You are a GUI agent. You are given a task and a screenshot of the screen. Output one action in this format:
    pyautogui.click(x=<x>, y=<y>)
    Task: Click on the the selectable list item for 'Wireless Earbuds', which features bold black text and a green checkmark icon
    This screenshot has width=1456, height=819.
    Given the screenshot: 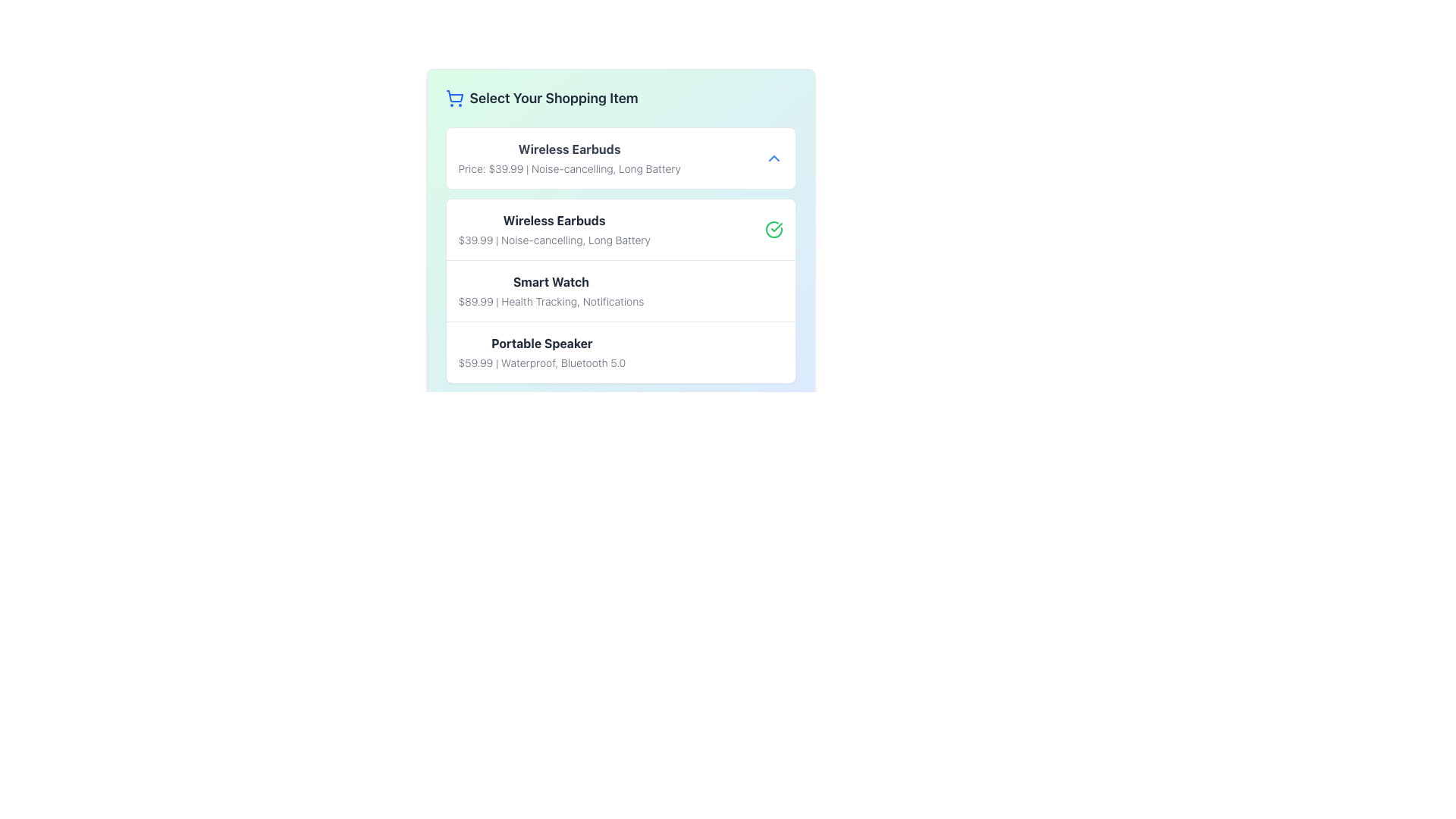 What is the action you would take?
    pyautogui.click(x=620, y=230)
    